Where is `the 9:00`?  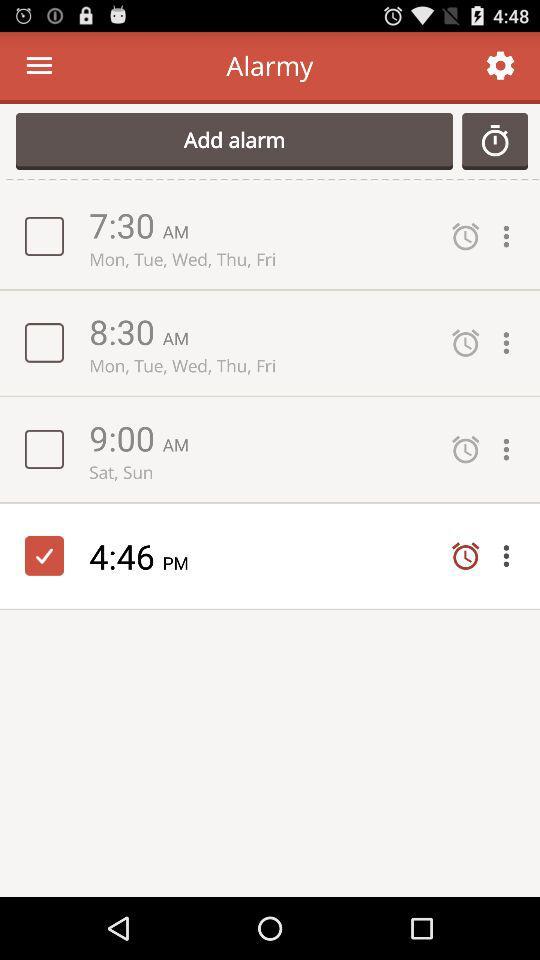 the 9:00 is located at coordinates (125, 437).